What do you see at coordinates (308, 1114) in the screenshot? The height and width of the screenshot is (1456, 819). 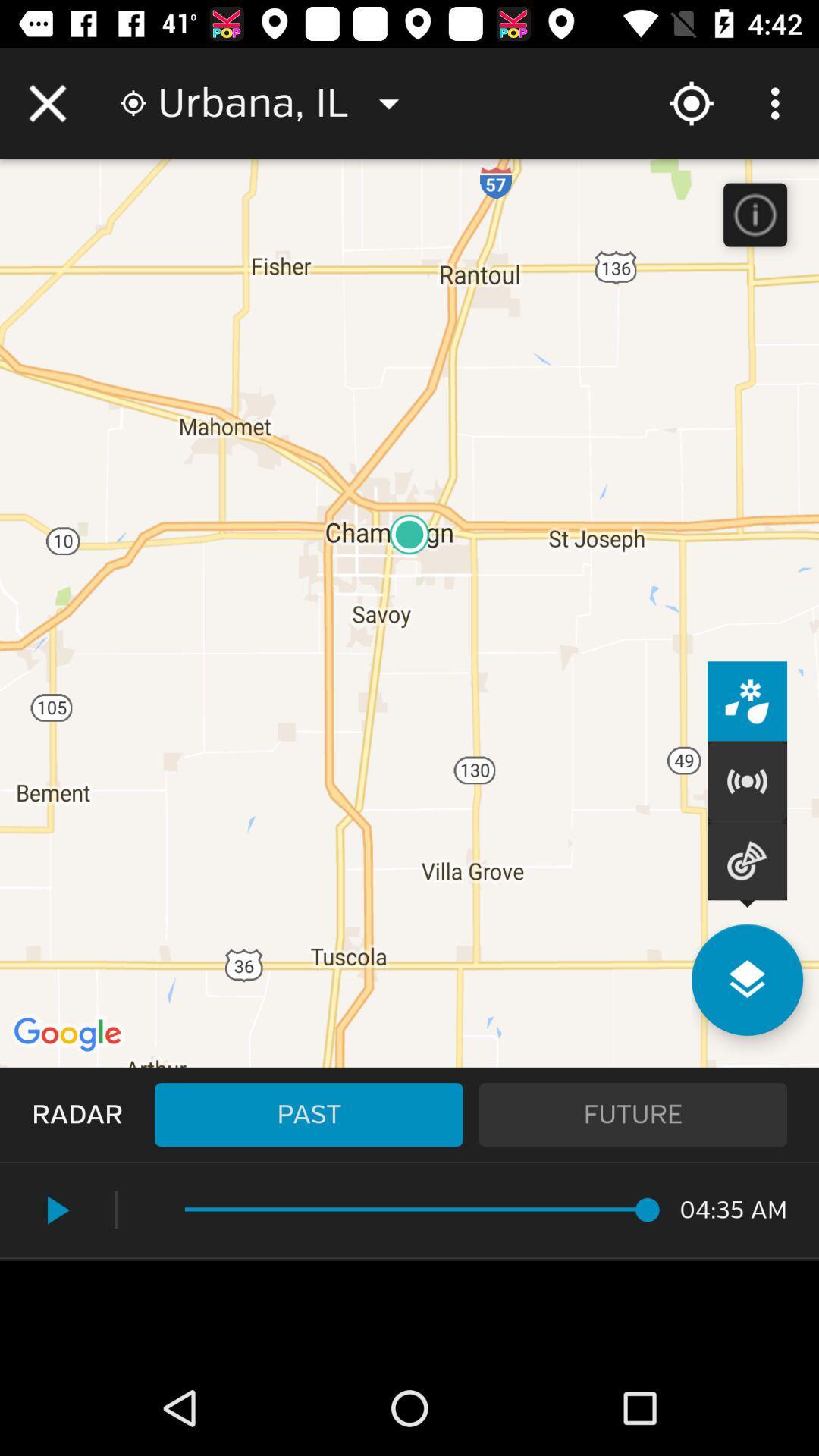 I see `the past icon` at bounding box center [308, 1114].